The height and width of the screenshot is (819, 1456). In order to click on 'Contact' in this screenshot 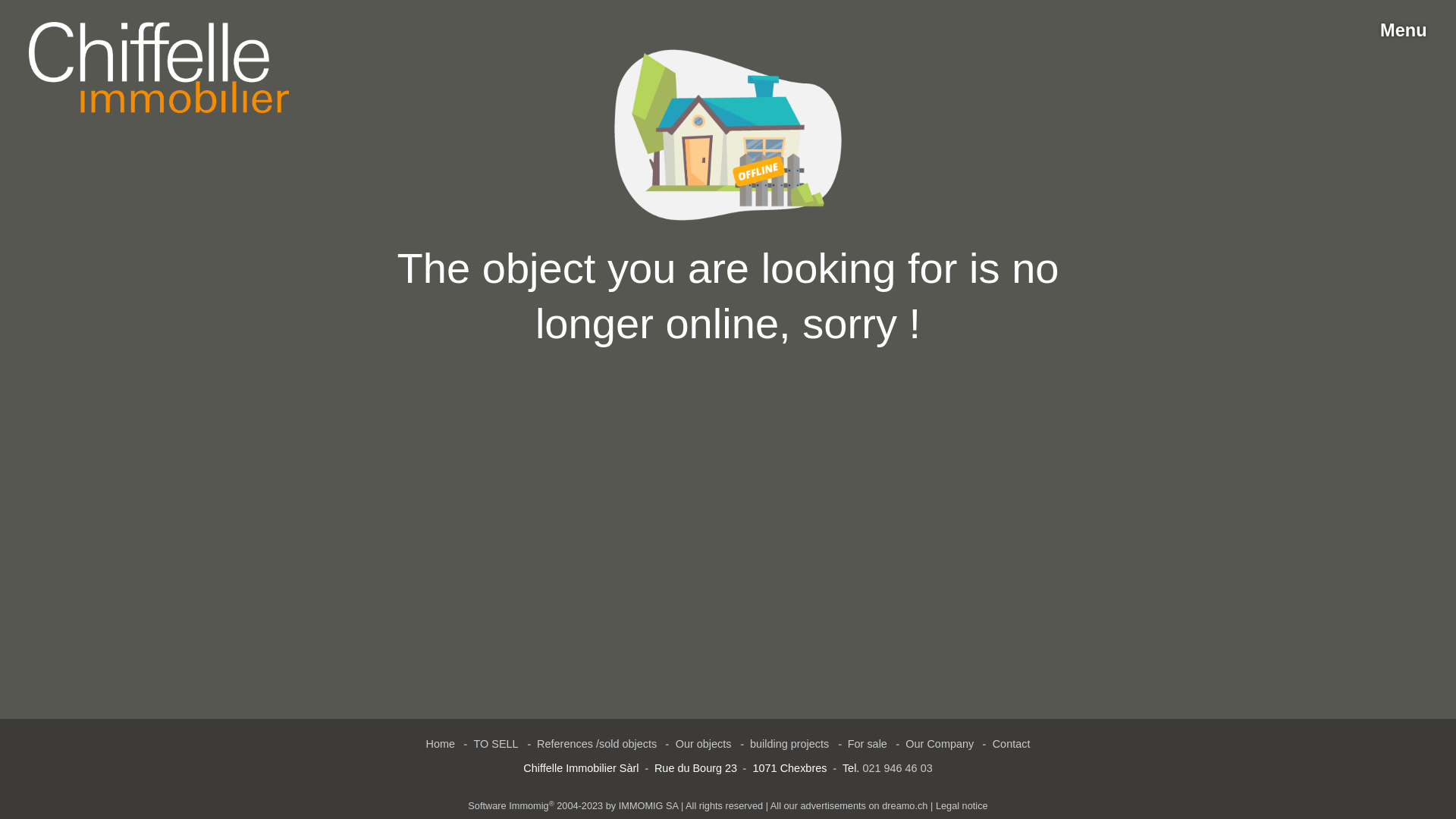, I will do `click(1012, 743)`.